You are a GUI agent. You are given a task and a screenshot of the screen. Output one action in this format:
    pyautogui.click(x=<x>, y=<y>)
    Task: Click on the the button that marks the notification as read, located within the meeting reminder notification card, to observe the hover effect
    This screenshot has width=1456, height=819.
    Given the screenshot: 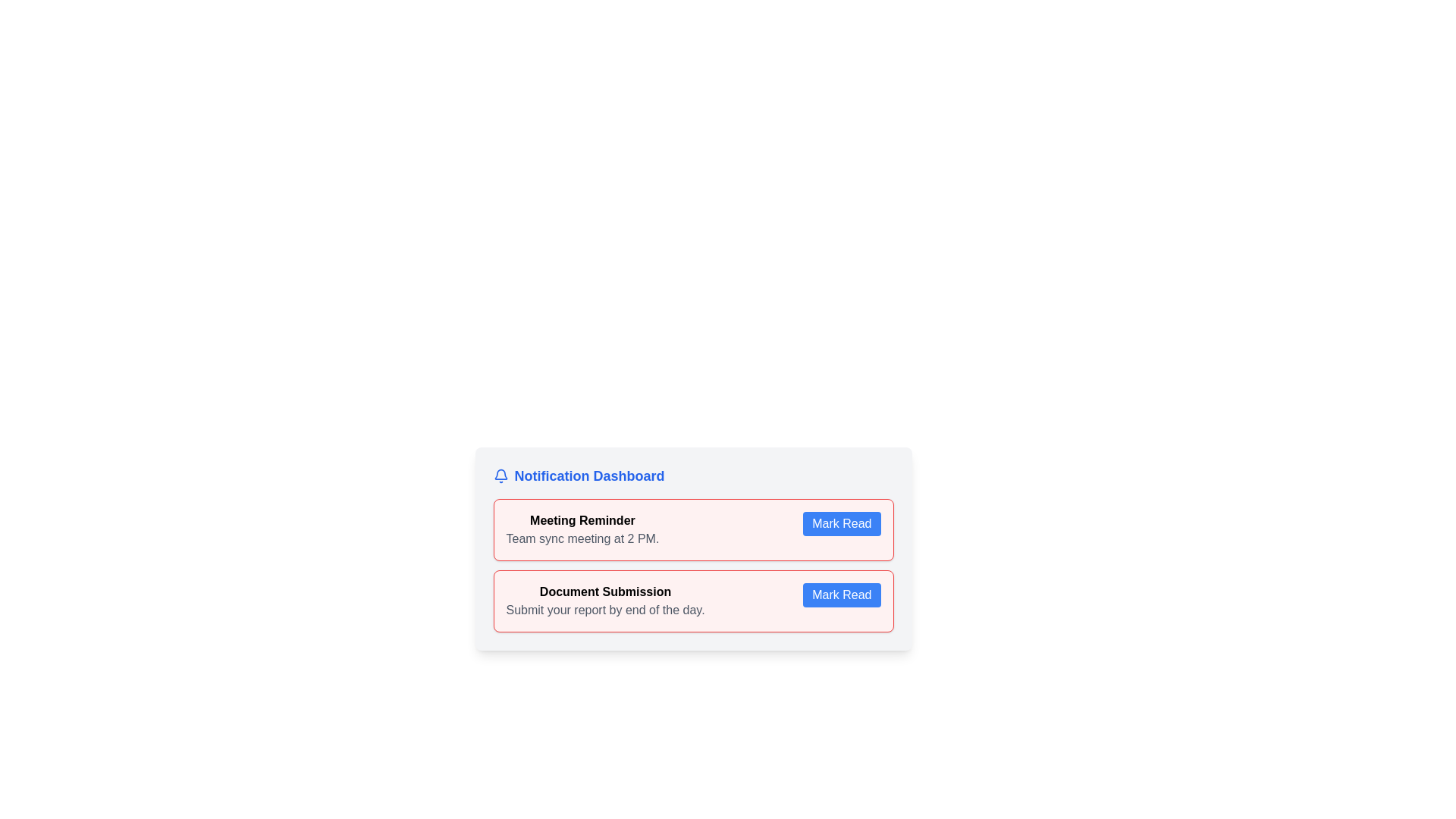 What is the action you would take?
    pyautogui.click(x=841, y=522)
    